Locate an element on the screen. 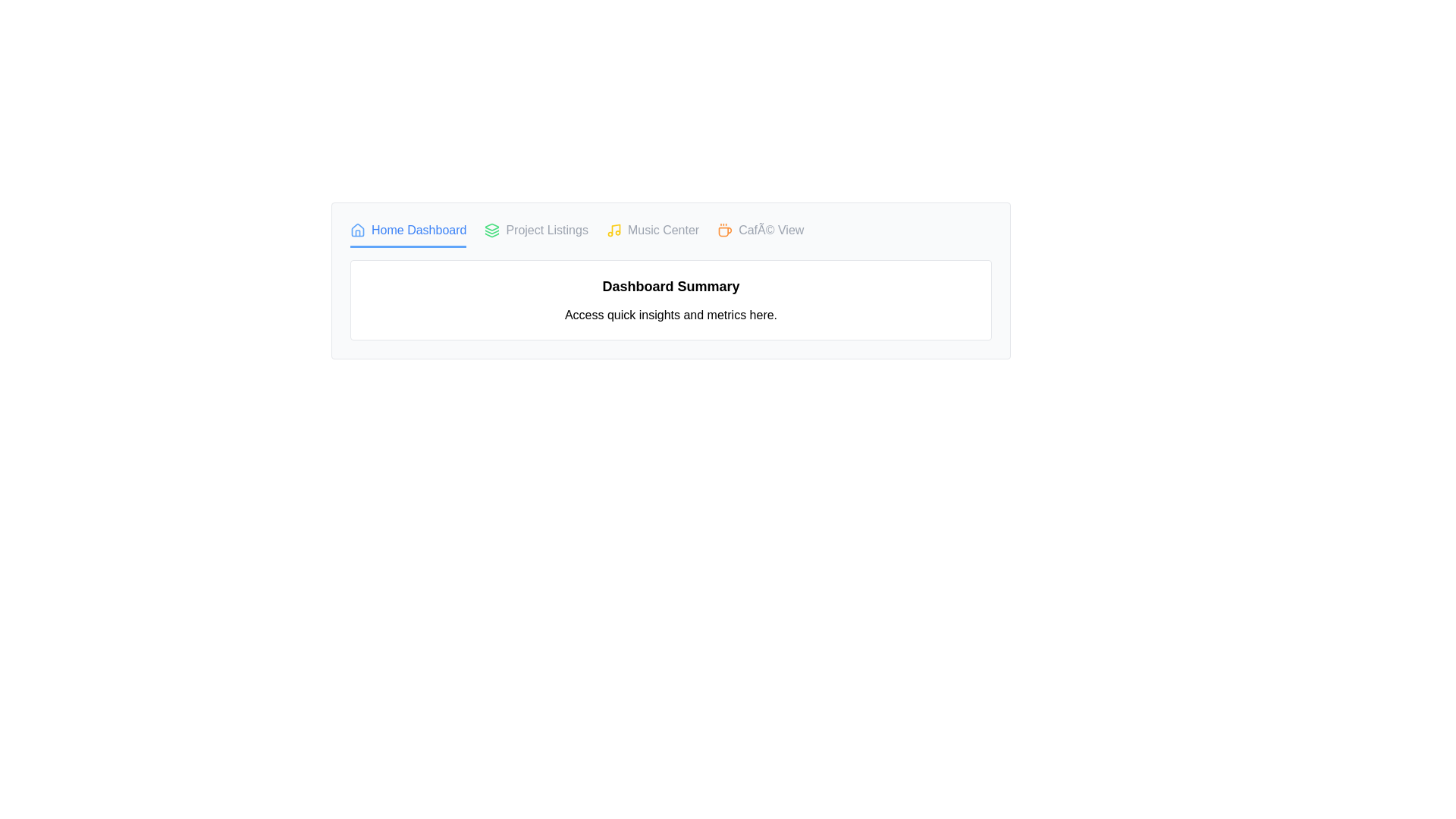 Image resolution: width=1456 pixels, height=819 pixels. the 'Home Dashboard' text label in the top navigation bar, which indicates the current active section of the application is located at coordinates (419, 231).